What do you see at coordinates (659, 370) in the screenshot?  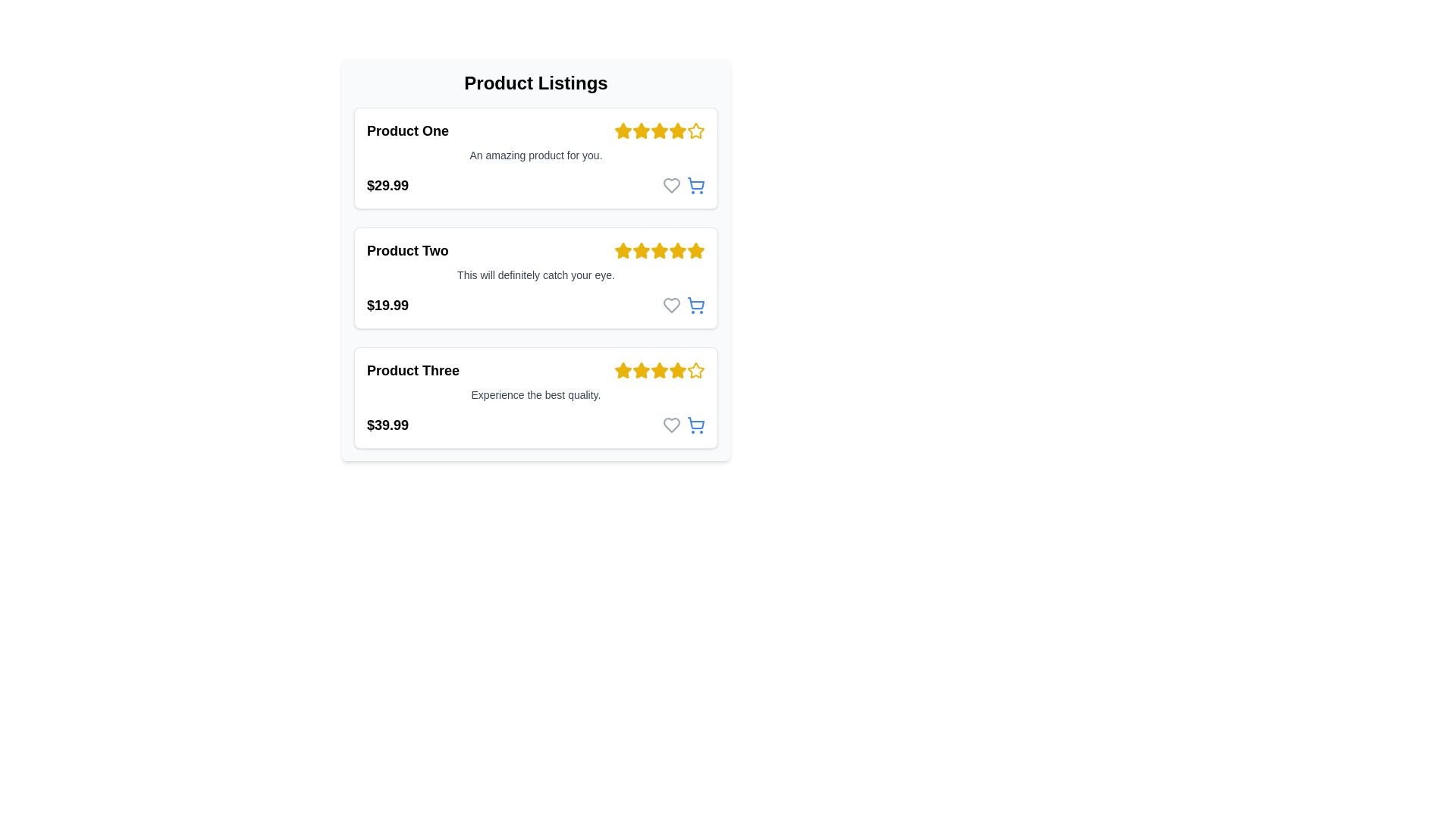 I see `the third star icon in the rating interface for 'Product Three', which is a golden-yellow five-point star icon positioned among other star icons` at bounding box center [659, 370].